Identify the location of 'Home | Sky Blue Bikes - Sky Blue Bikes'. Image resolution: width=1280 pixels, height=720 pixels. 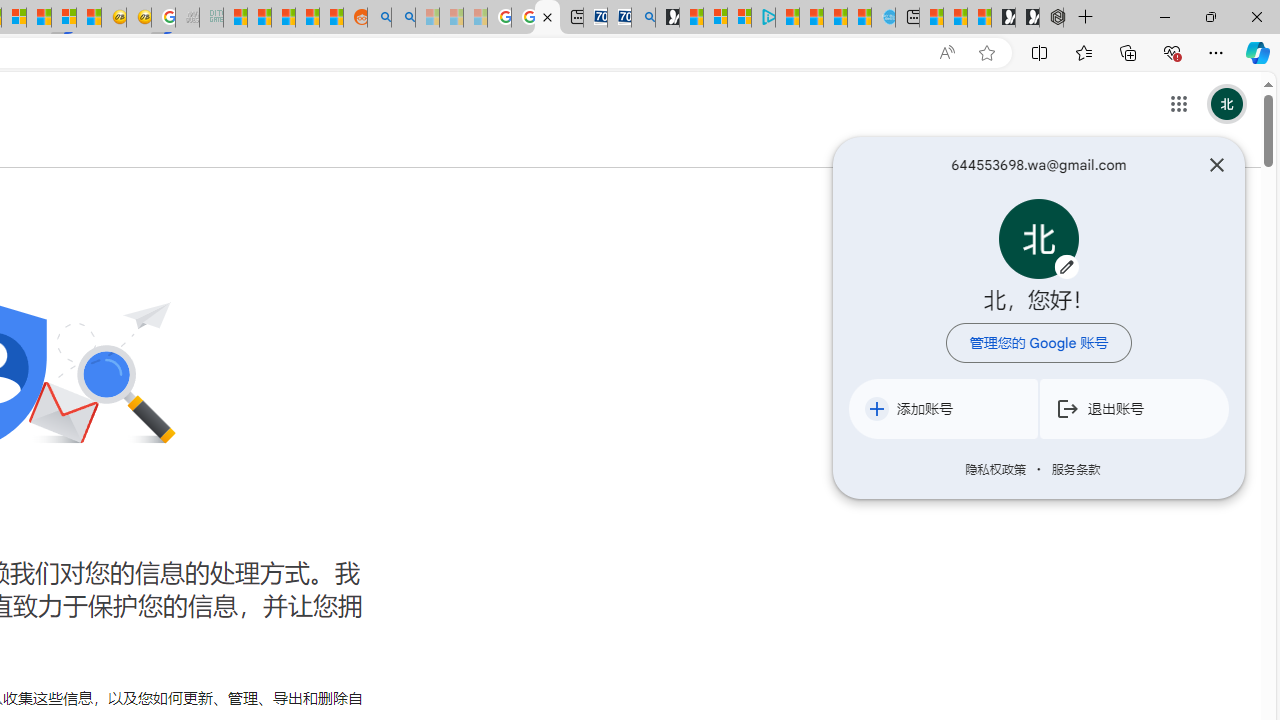
(882, 17).